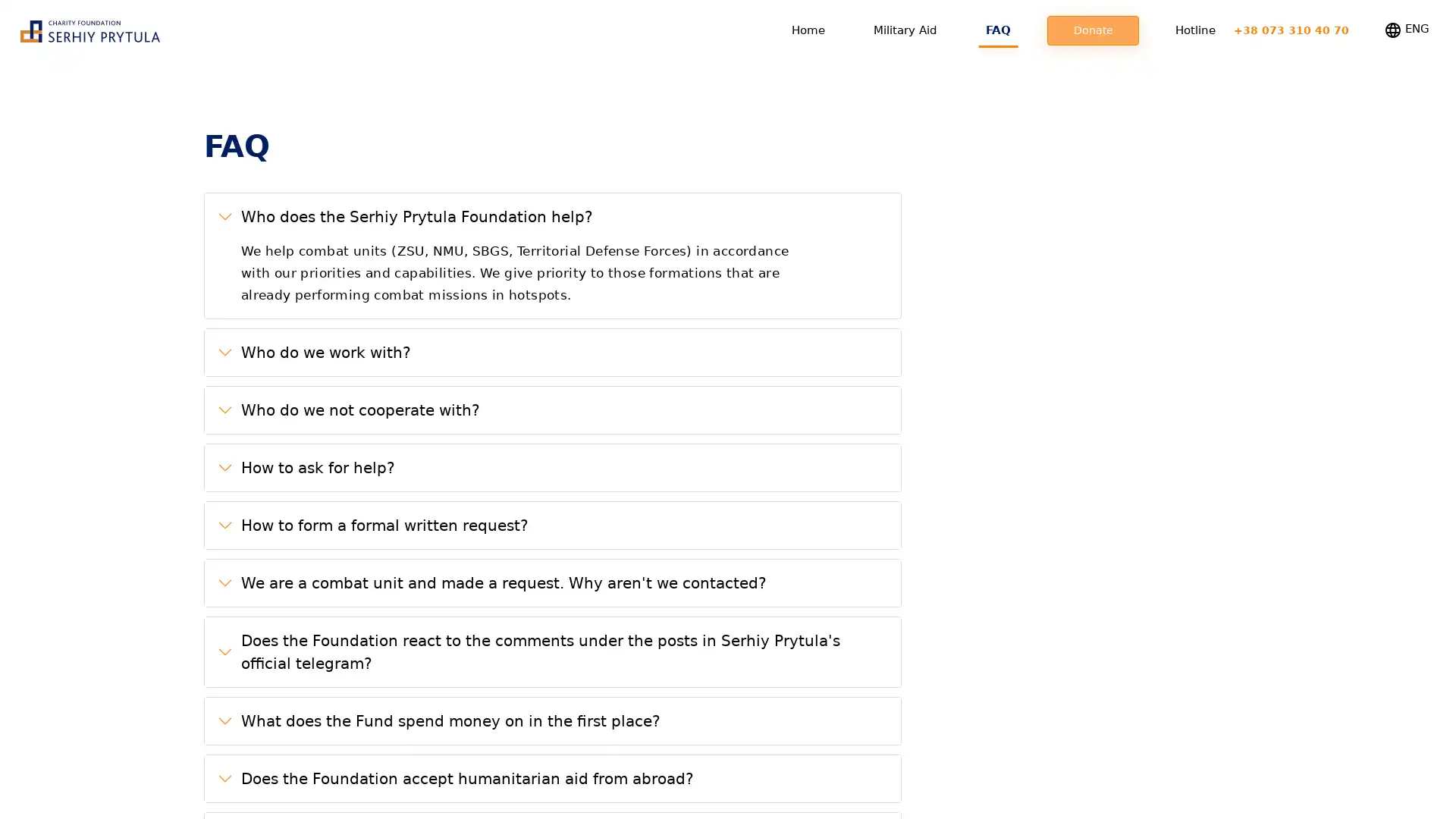  Describe the element at coordinates (551, 525) in the screenshot. I see `How to form a formal written request?` at that location.